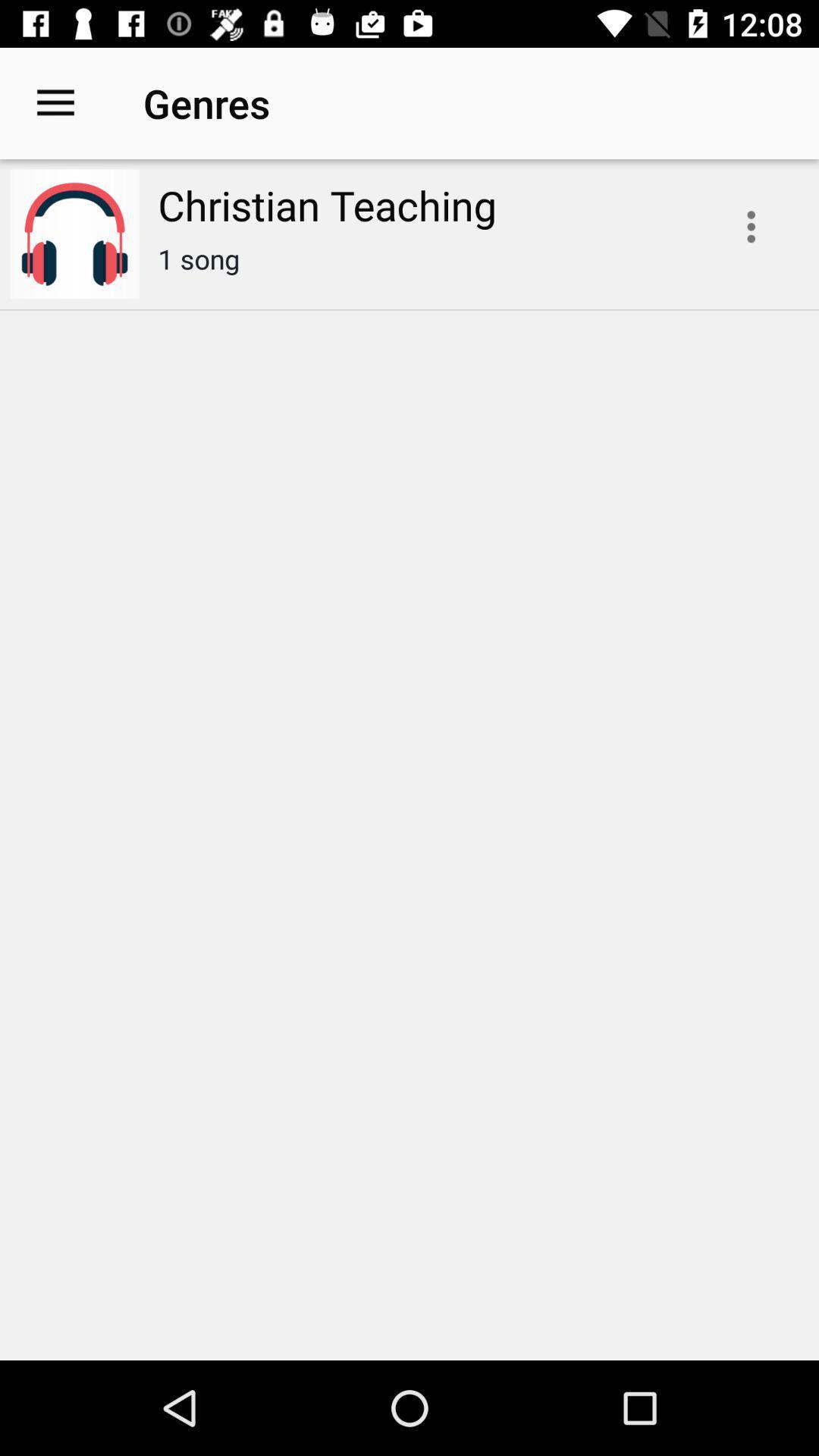 The image size is (819, 1456). Describe the element at coordinates (55, 102) in the screenshot. I see `icon to the left of the christian teaching icon` at that location.